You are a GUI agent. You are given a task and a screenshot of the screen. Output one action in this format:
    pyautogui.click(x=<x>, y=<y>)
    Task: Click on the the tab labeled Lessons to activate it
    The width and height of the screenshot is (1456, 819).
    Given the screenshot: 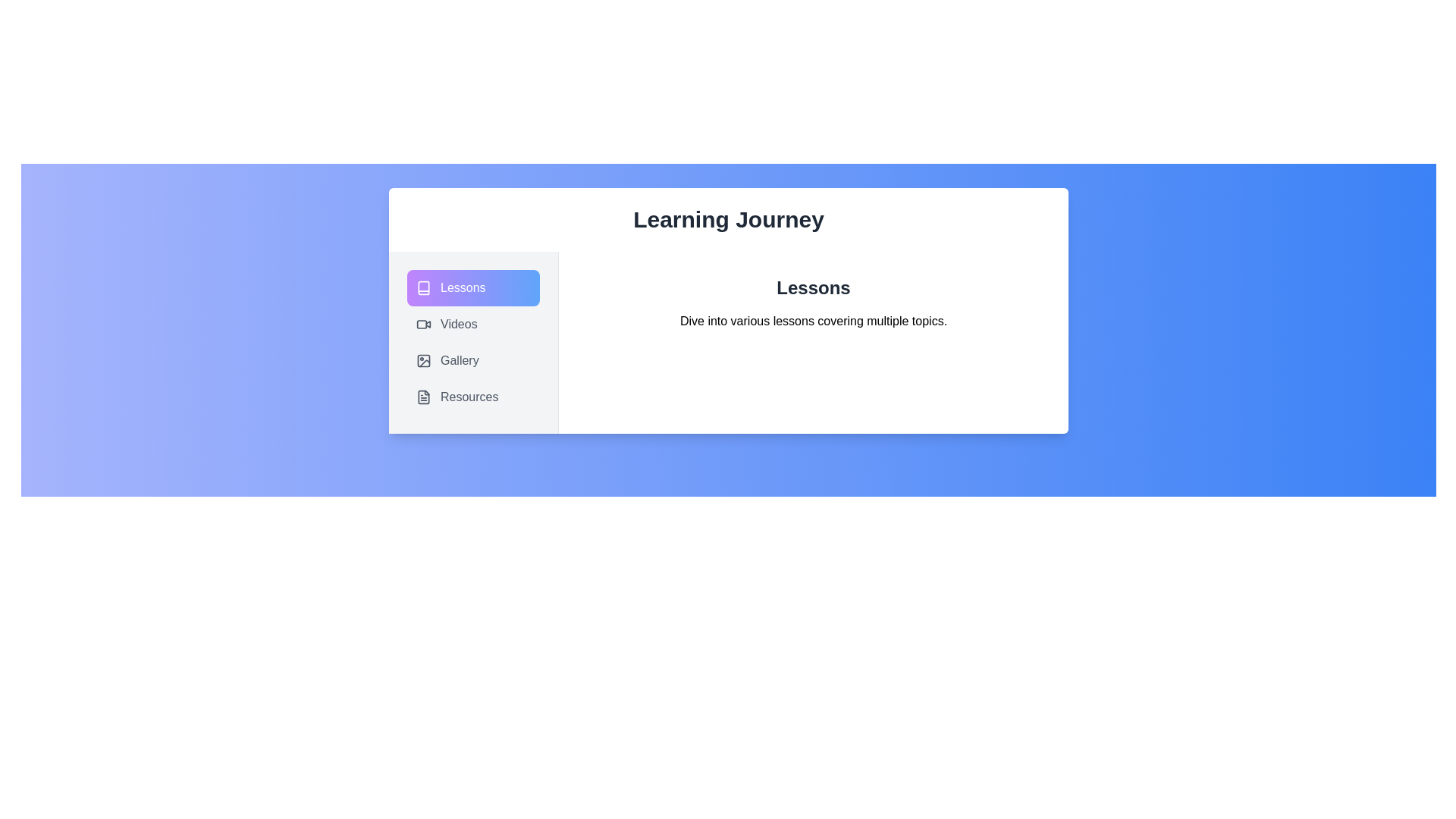 What is the action you would take?
    pyautogui.click(x=472, y=288)
    